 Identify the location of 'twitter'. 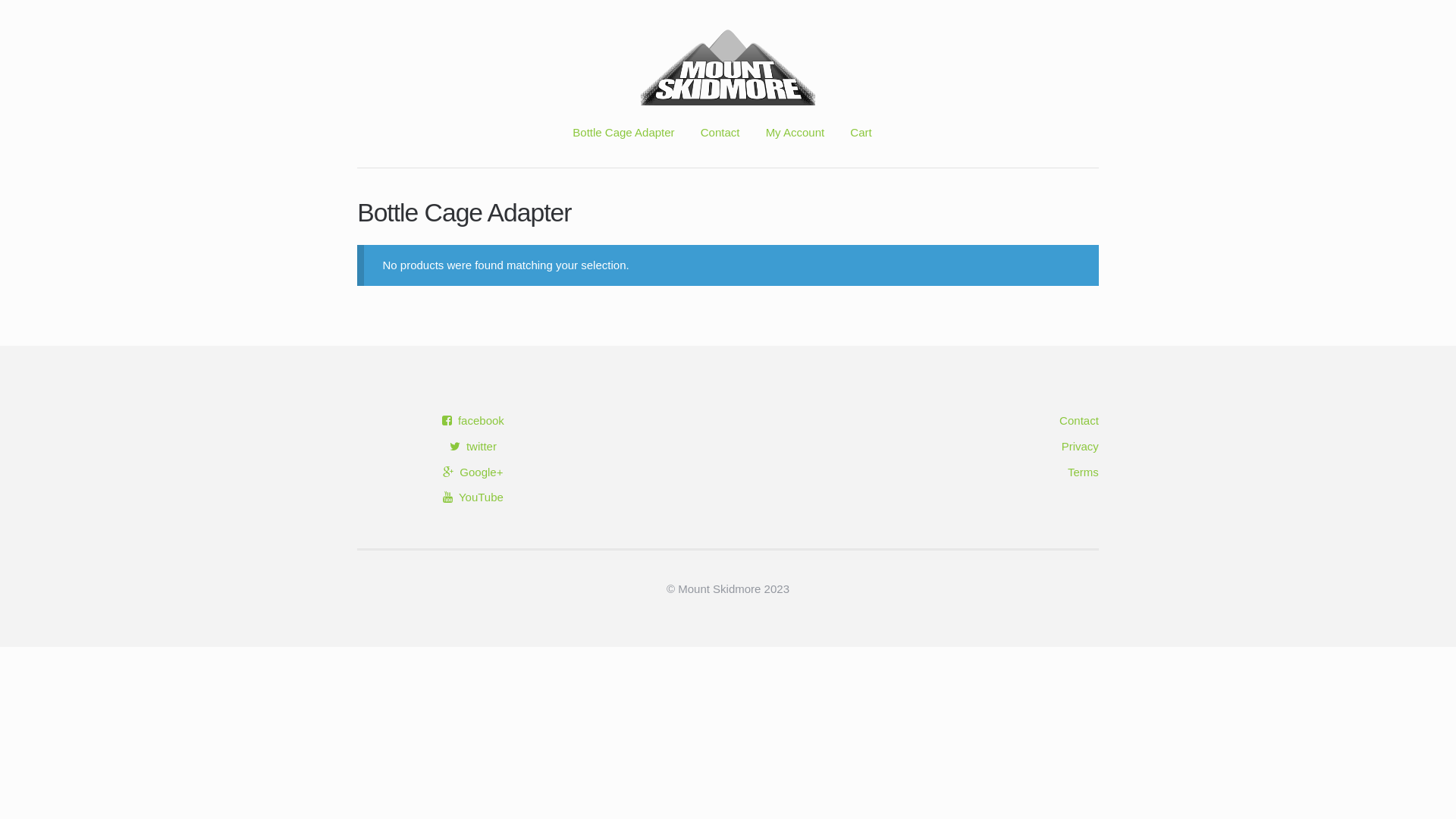
(472, 445).